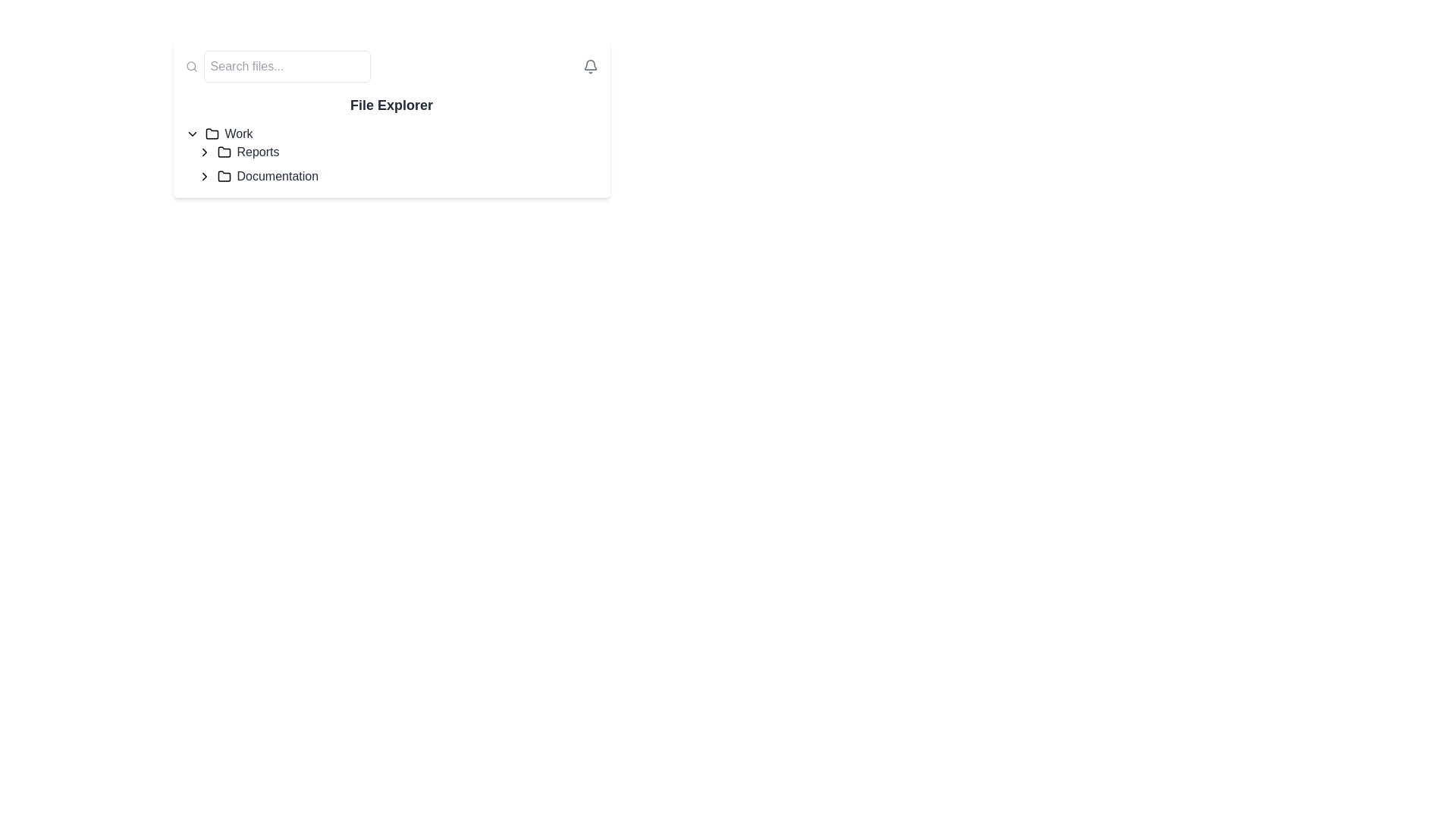 This screenshot has width=1456, height=819. Describe the element at coordinates (203, 152) in the screenshot. I see `the chevron/arrow icon located next to the 'Reports' folder label` at that location.